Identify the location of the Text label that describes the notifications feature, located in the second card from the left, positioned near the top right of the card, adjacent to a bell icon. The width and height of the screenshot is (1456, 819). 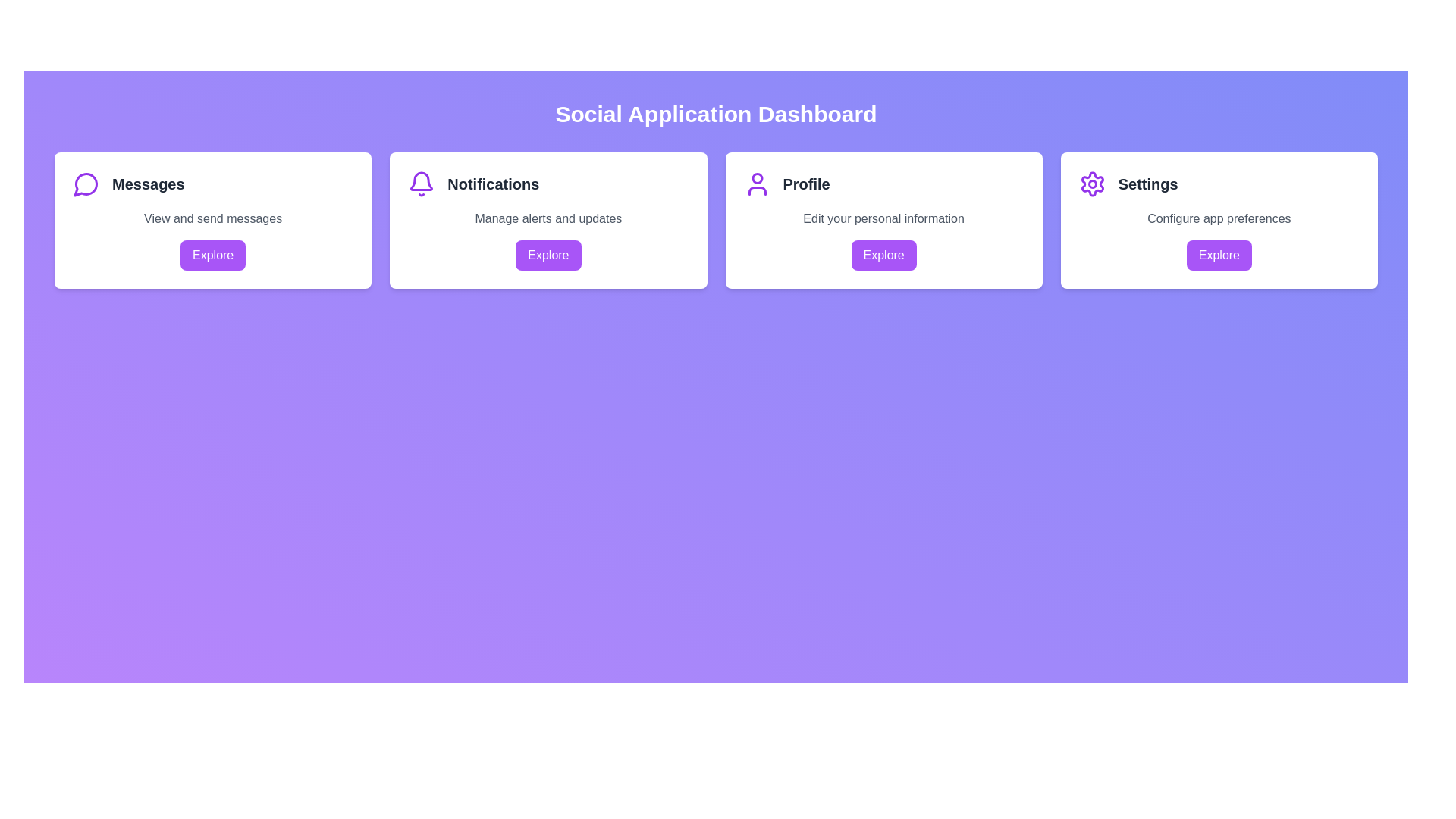
(493, 184).